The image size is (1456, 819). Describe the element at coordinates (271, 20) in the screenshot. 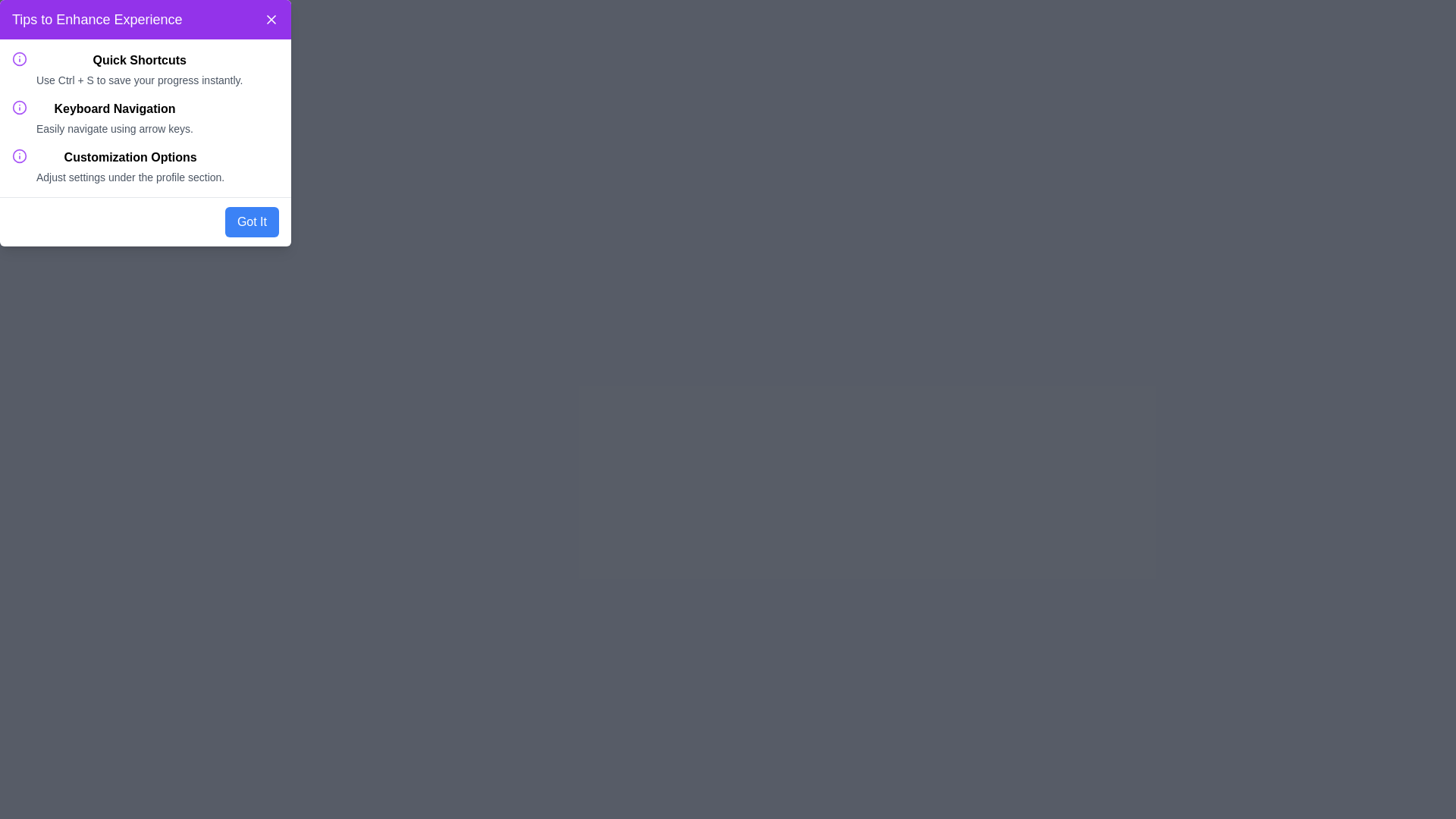

I see `the Close Button Icon (SVG) located at the top-right corner of the purple header of the modal dialog, which features an 'X' symbol for closing functionality` at that location.